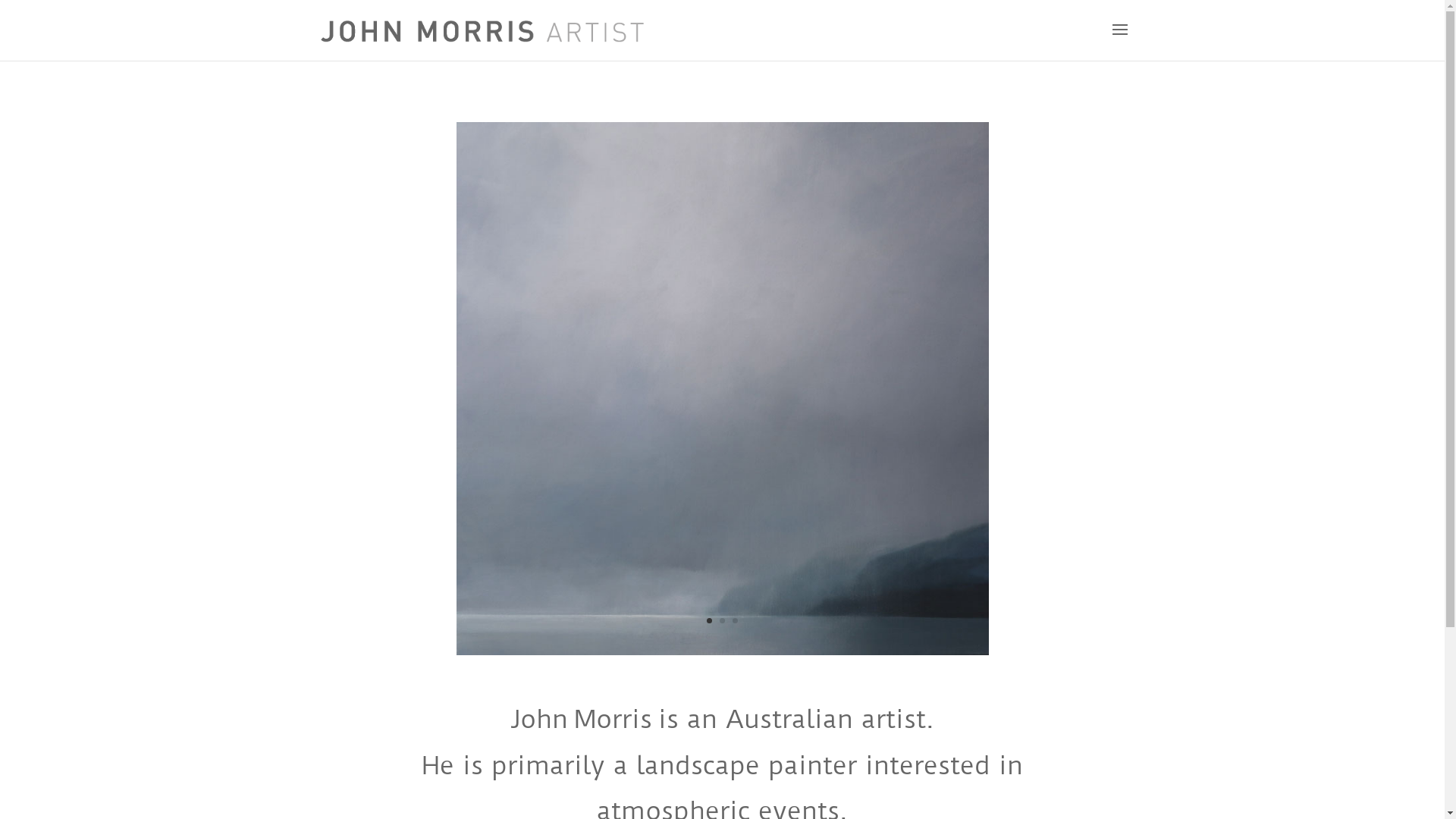 The width and height of the screenshot is (1456, 819). What do you see at coordinates (722, 649) in the screenshot?
I see `'Southern-Coast-102x102cm-oil-on-linen-2021-22-'` at bounding box center [722, 649].